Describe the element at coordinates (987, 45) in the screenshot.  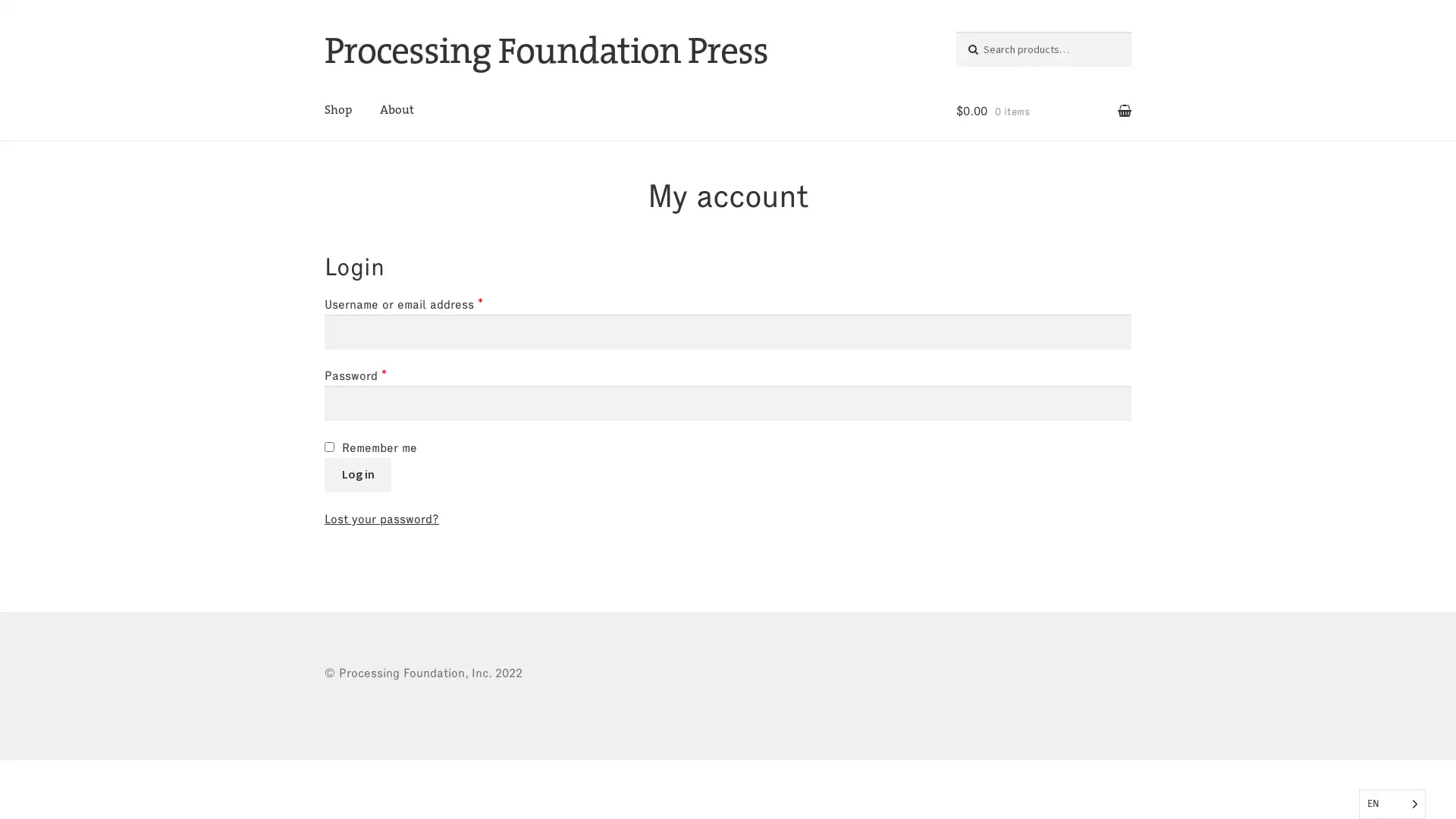
I see `Search` at that location.